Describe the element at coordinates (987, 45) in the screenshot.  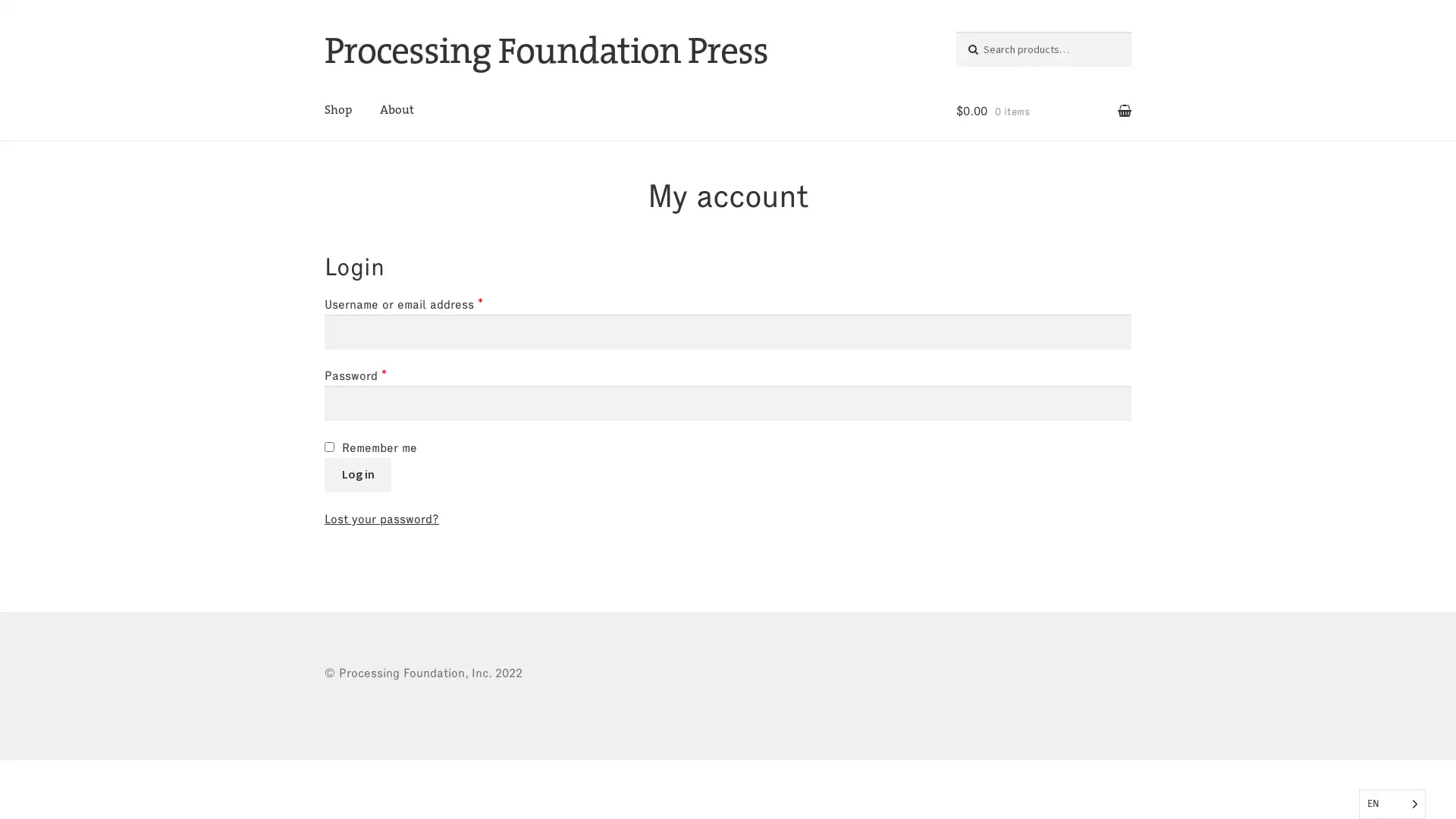
I see `Search` at that location.